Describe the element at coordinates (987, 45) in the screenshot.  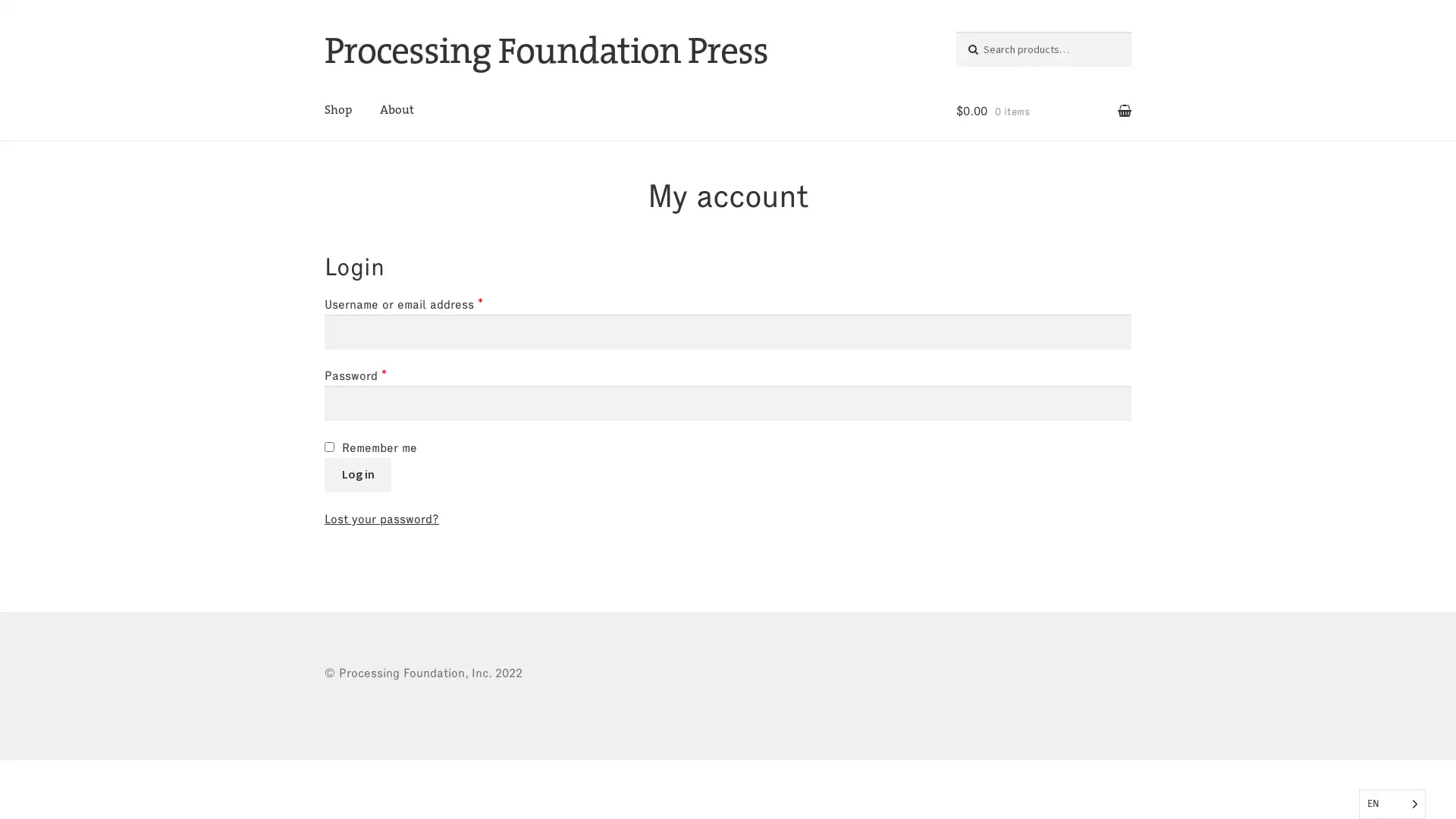
I see `Search` at that location.